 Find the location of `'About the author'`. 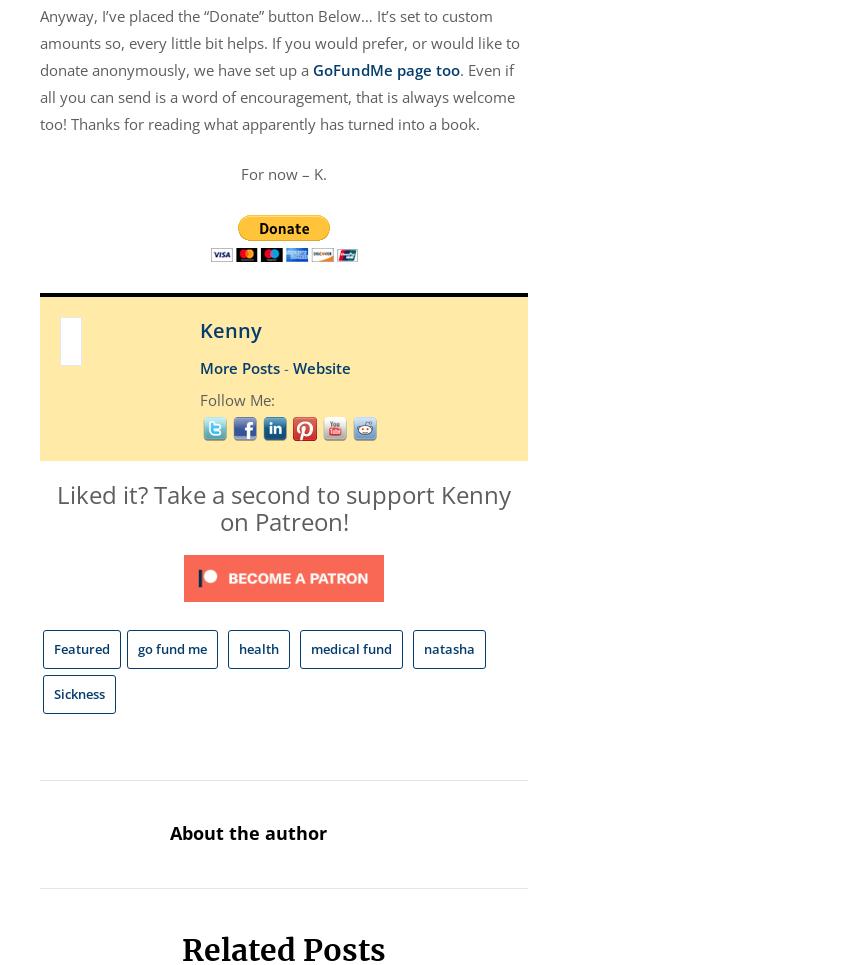

'About the author' is located at coordinates (247, 831).